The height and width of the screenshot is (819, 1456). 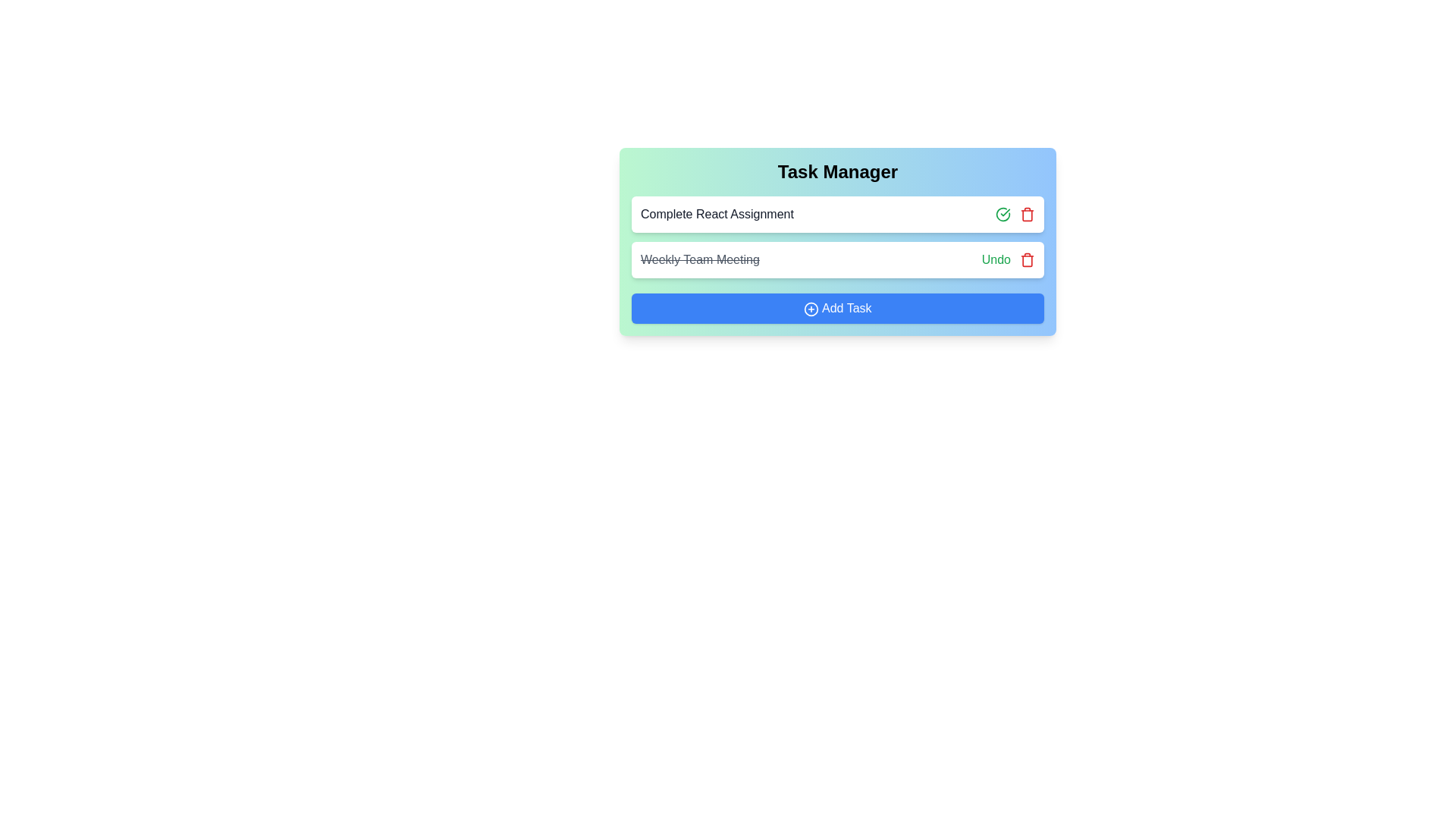 I want to click on the delete button for the task 'Weekly Team Meeting', so click(x=1027, y=259).